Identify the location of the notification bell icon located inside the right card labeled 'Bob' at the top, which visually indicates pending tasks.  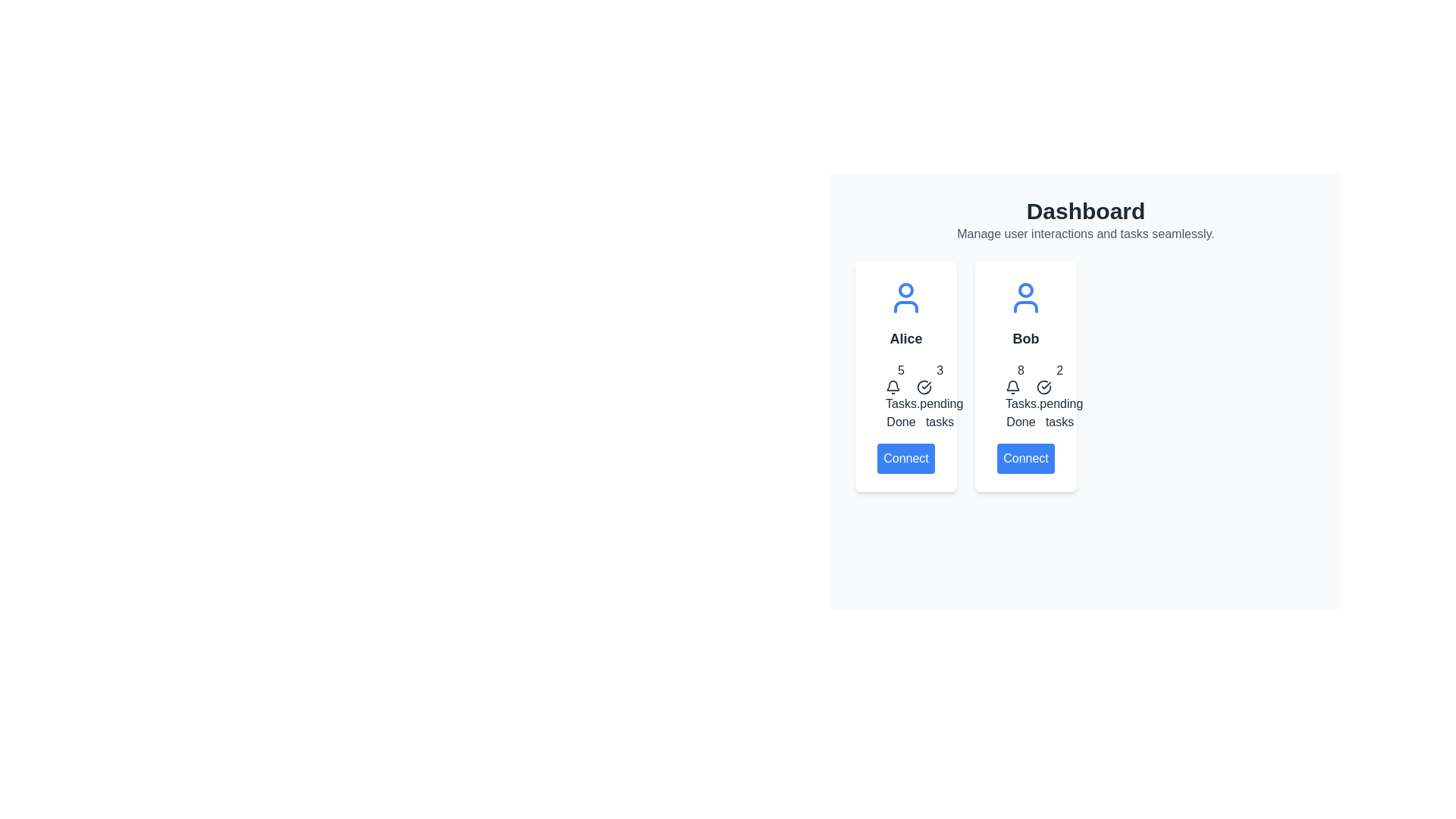
(893, 384).